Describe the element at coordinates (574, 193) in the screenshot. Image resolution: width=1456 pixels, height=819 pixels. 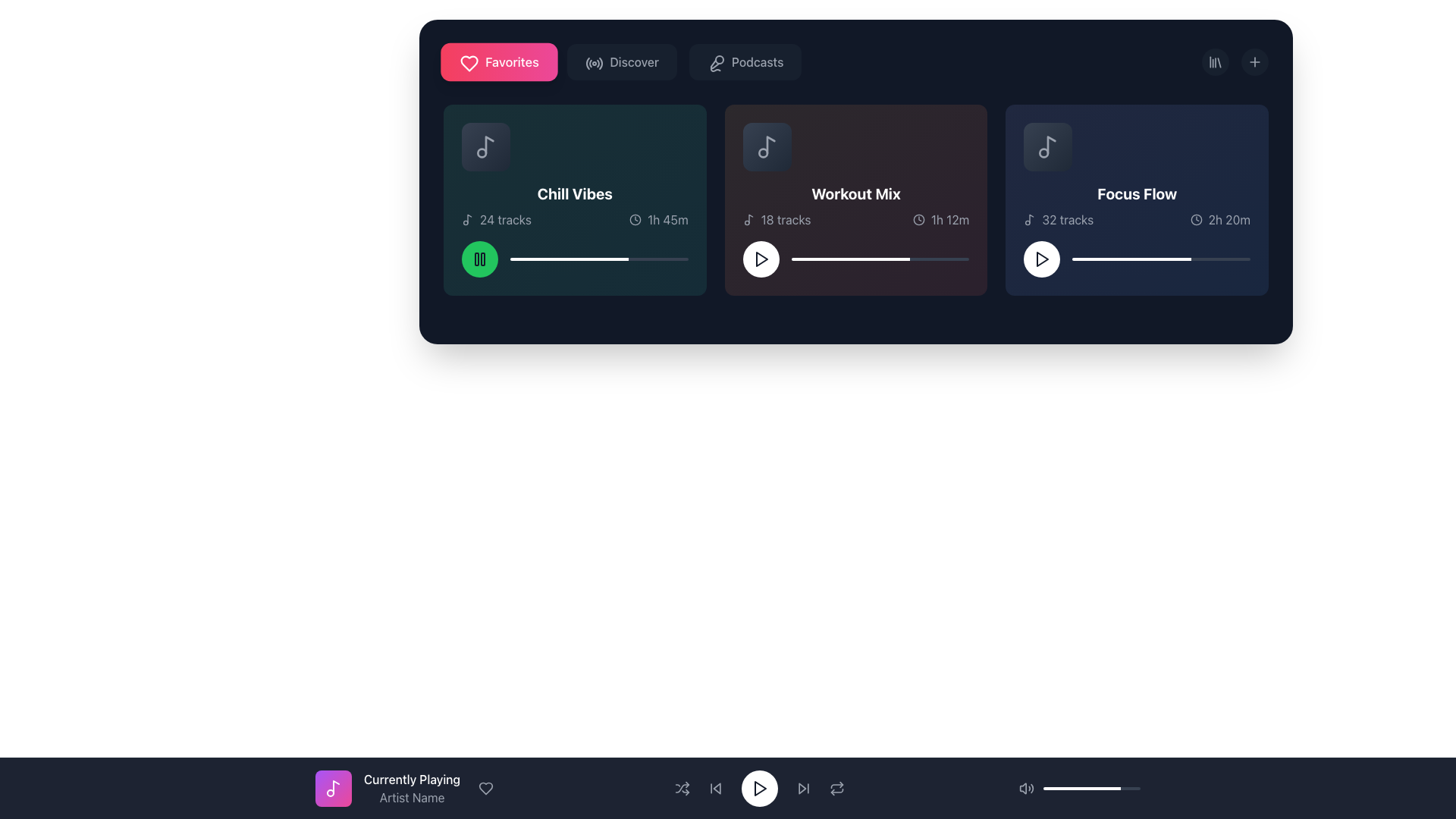
I see `the bold white text label 'Chill Vibes' located at the top-center of the first card in a horizontal row, which has a dark gradient background` at that location.